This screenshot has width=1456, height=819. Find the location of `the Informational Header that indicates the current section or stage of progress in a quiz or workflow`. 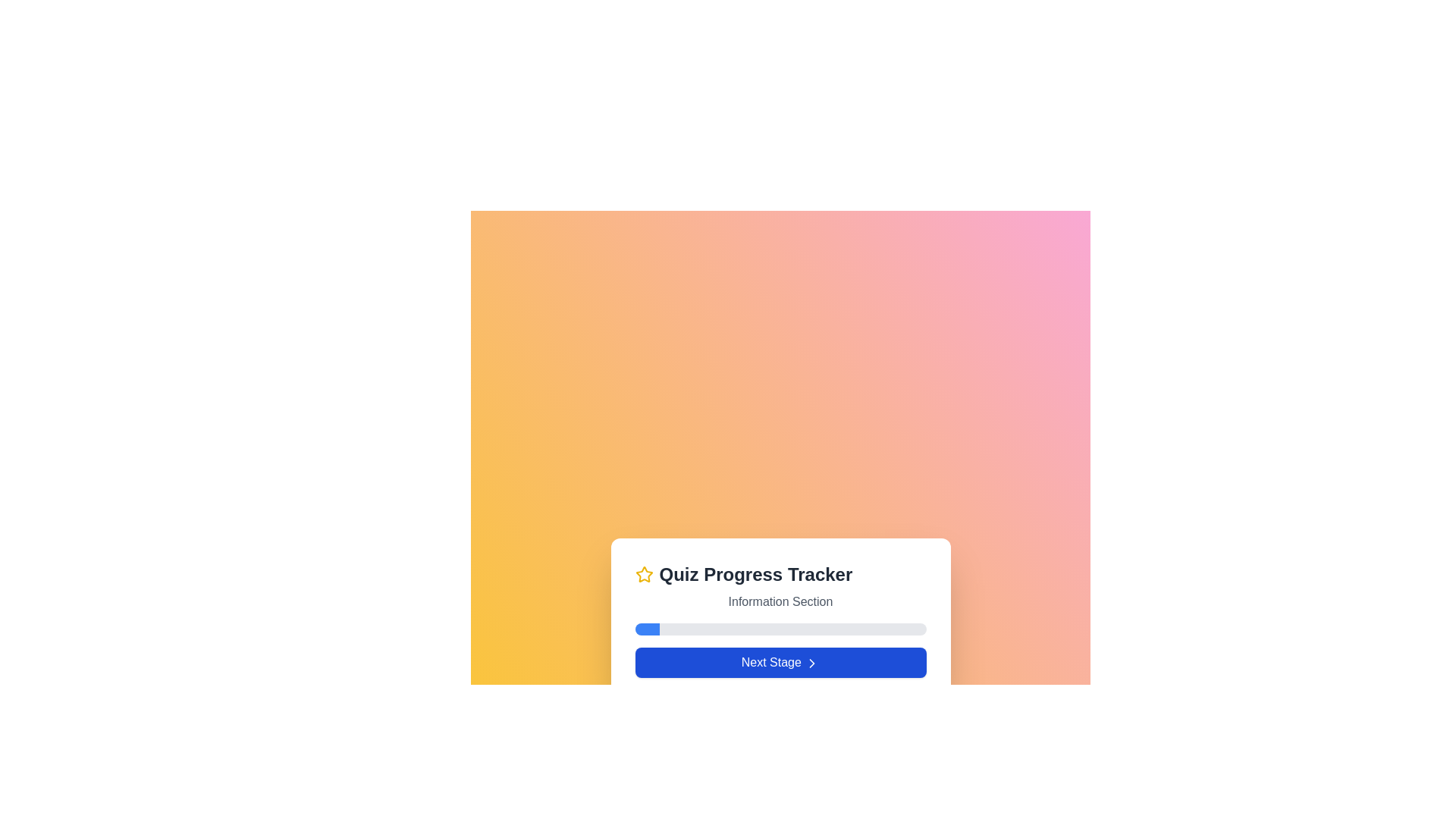

the Informational Header that indicates the current section or stage of progress in a quiz or workflow is located at coordinates (780, 586).